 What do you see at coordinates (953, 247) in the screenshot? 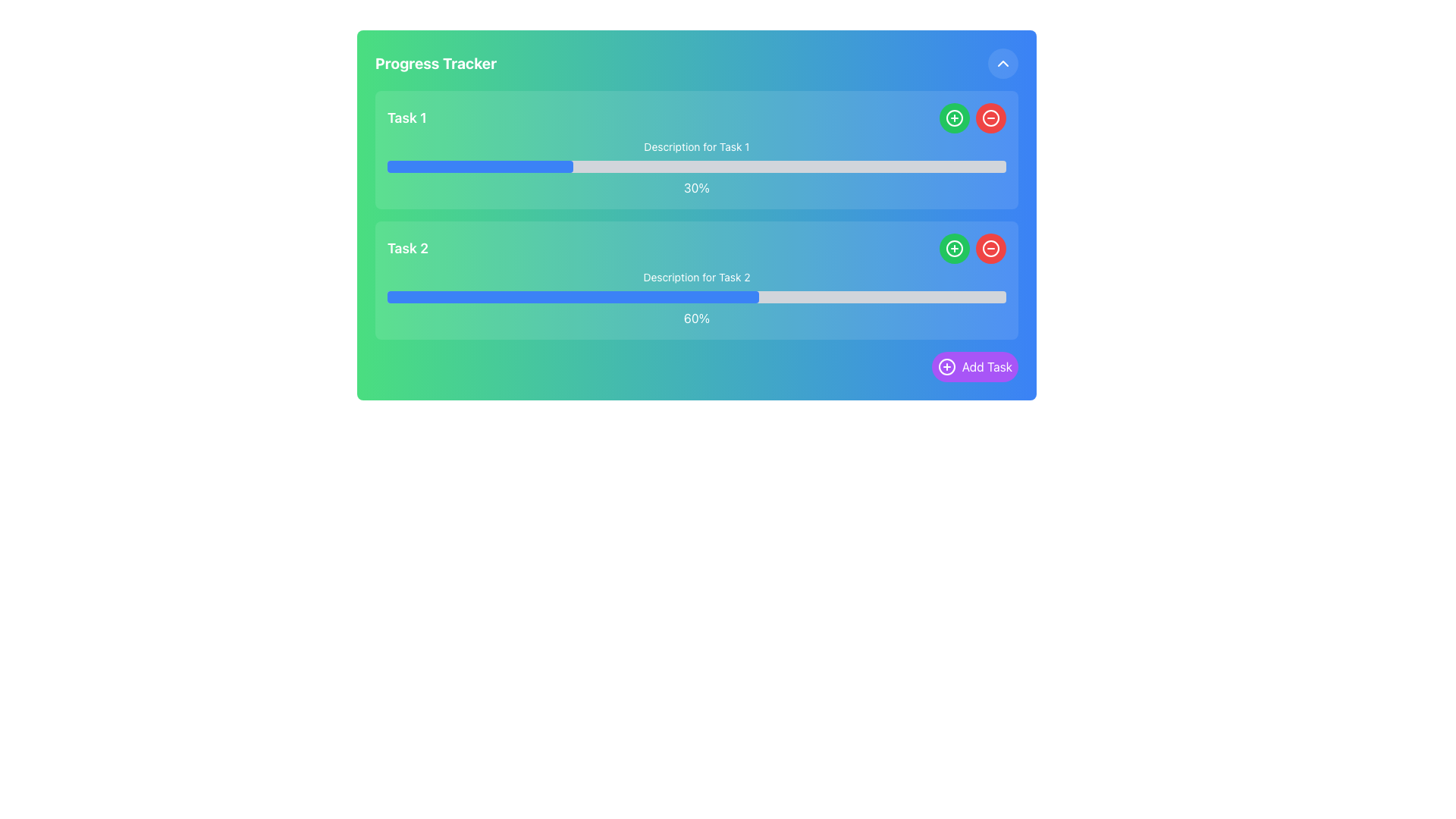
I see `the addition button located to the right of the progress bar for 'Task 2'` at bounding box center [953, 247].